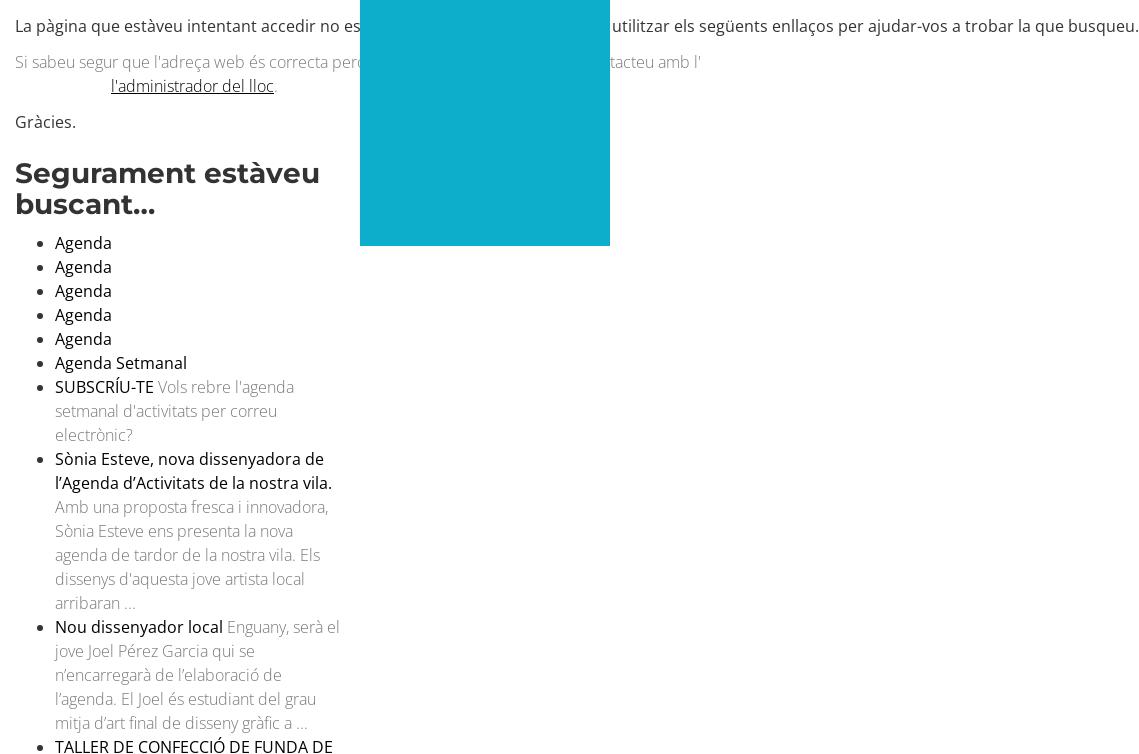 Image resolution: width=1139 pixels, height=754 pixels. I want to click on '.', so click(275, 84).